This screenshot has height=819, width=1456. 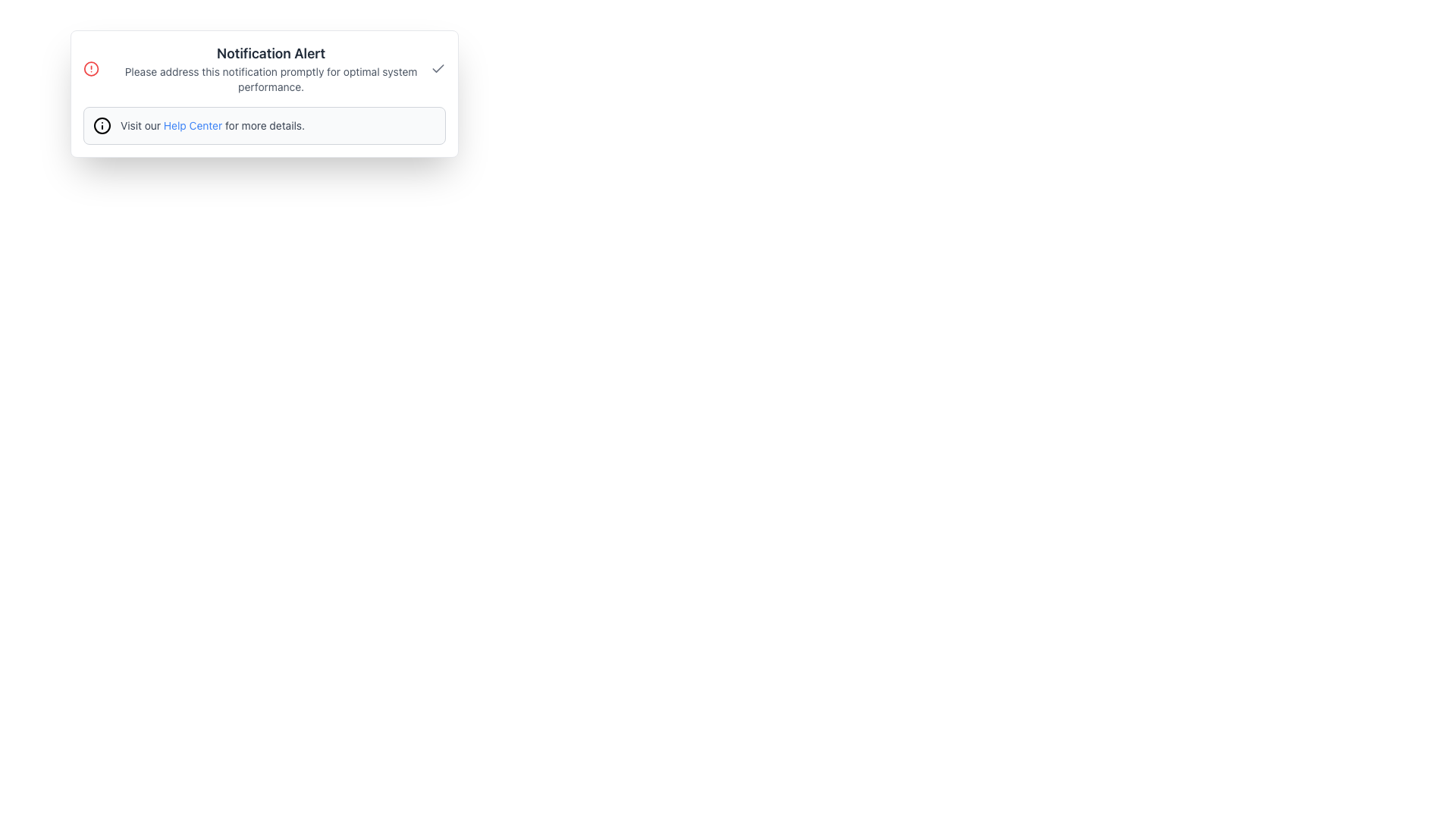 I want to click on the interactive confirmation icon located in the top-right of the 'Notification Alert' panel to confirm or acknowledge the notification, so click(x=437, y=69).